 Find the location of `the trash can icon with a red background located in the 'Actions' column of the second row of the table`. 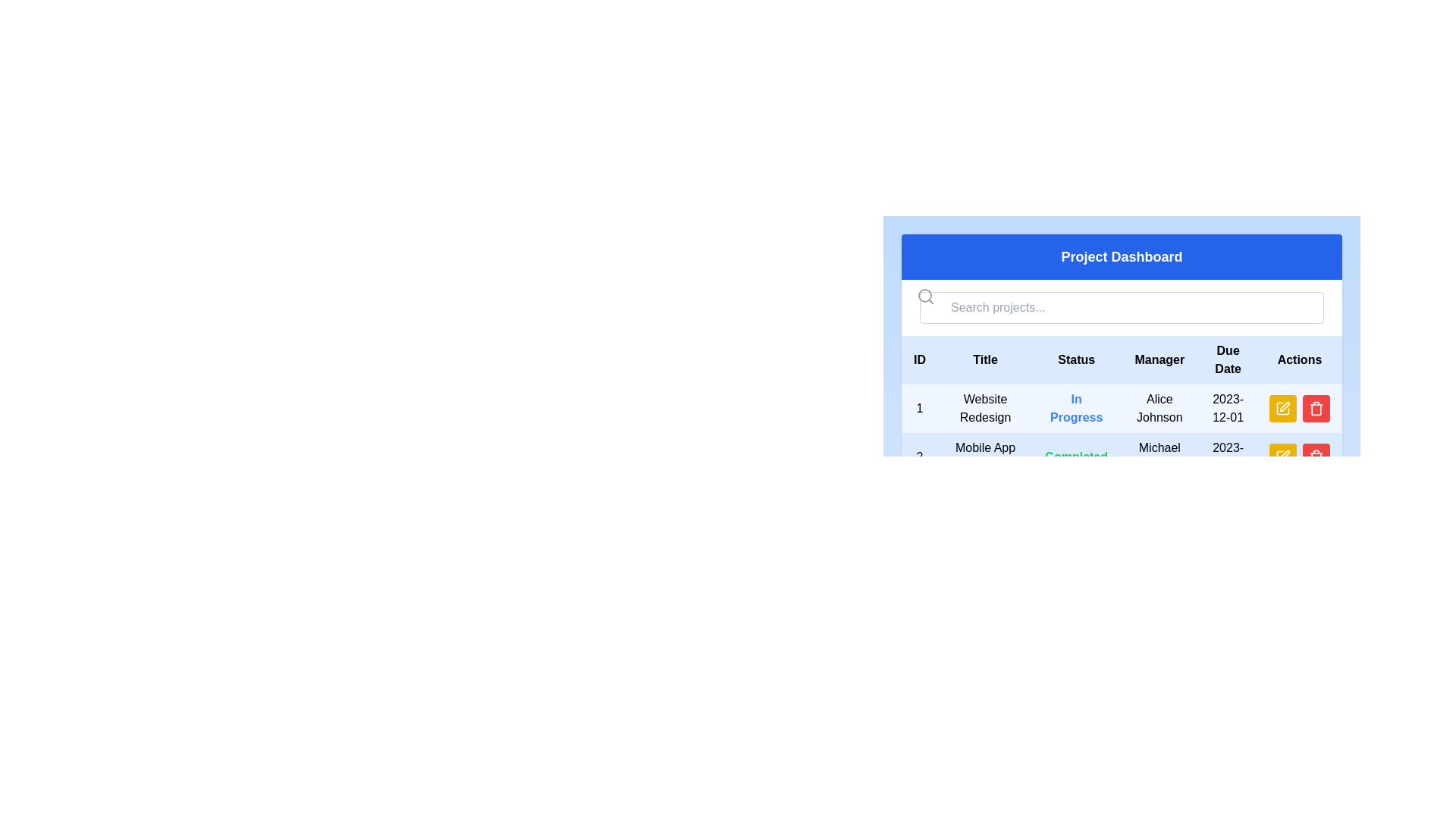

the trash can icon with a red background located in the 'Actions' column of the second row of the table is located at coordinates (1316, 408).